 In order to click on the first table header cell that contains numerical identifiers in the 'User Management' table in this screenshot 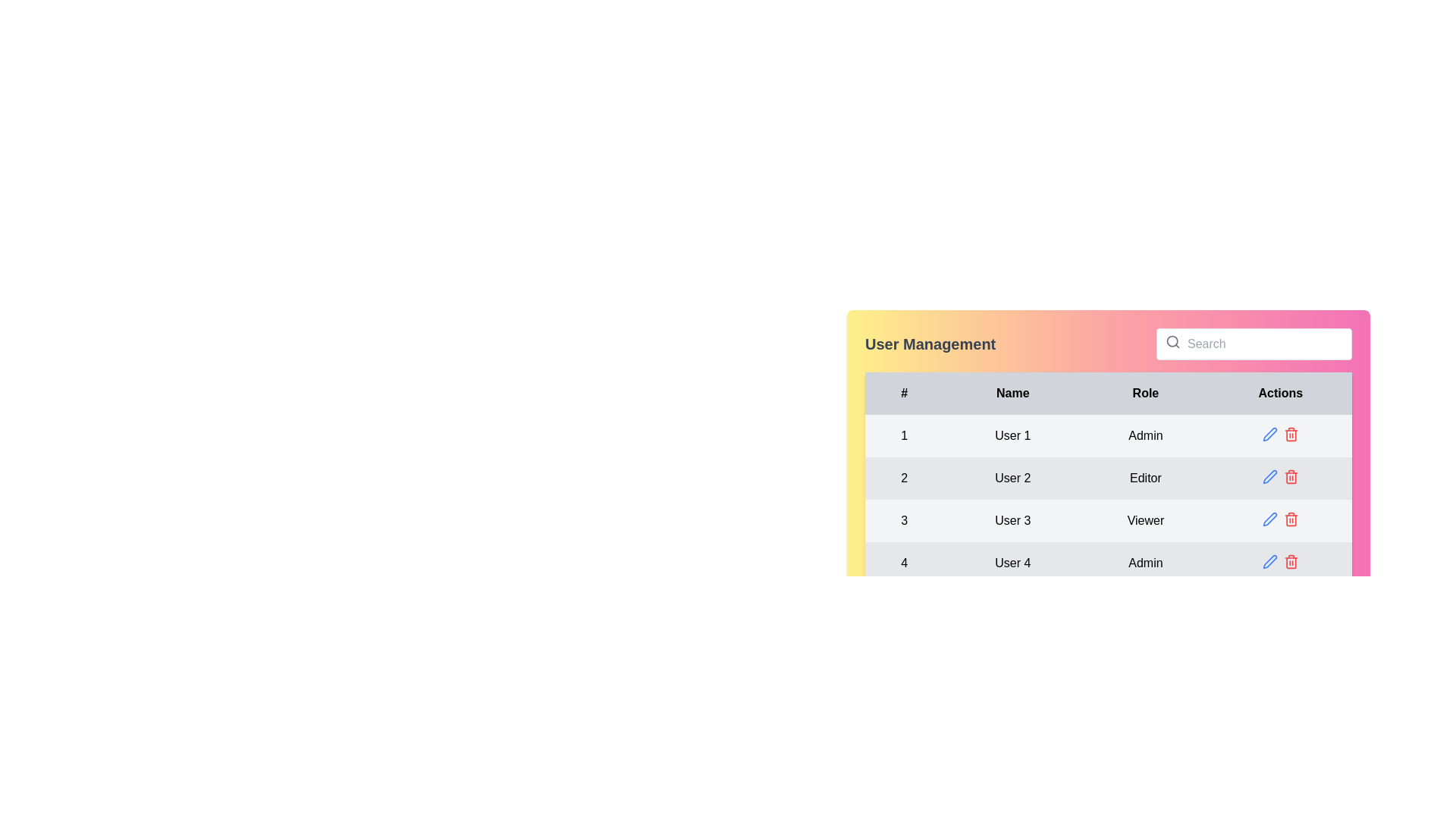, I will do `click(904, 393)`.